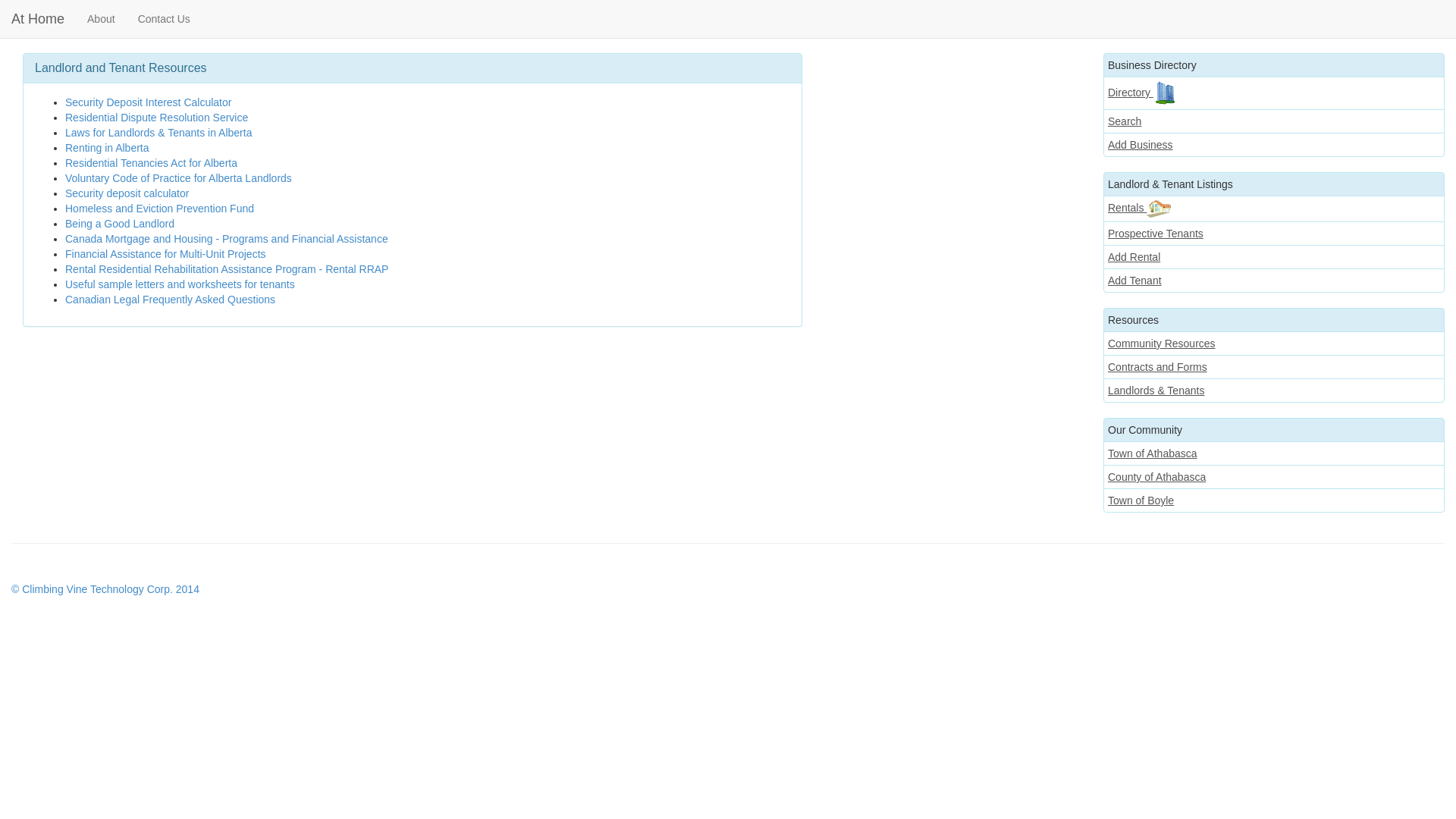  I want to click on 'Homeless and Eviction Prevention Fund', so click(64, 208).